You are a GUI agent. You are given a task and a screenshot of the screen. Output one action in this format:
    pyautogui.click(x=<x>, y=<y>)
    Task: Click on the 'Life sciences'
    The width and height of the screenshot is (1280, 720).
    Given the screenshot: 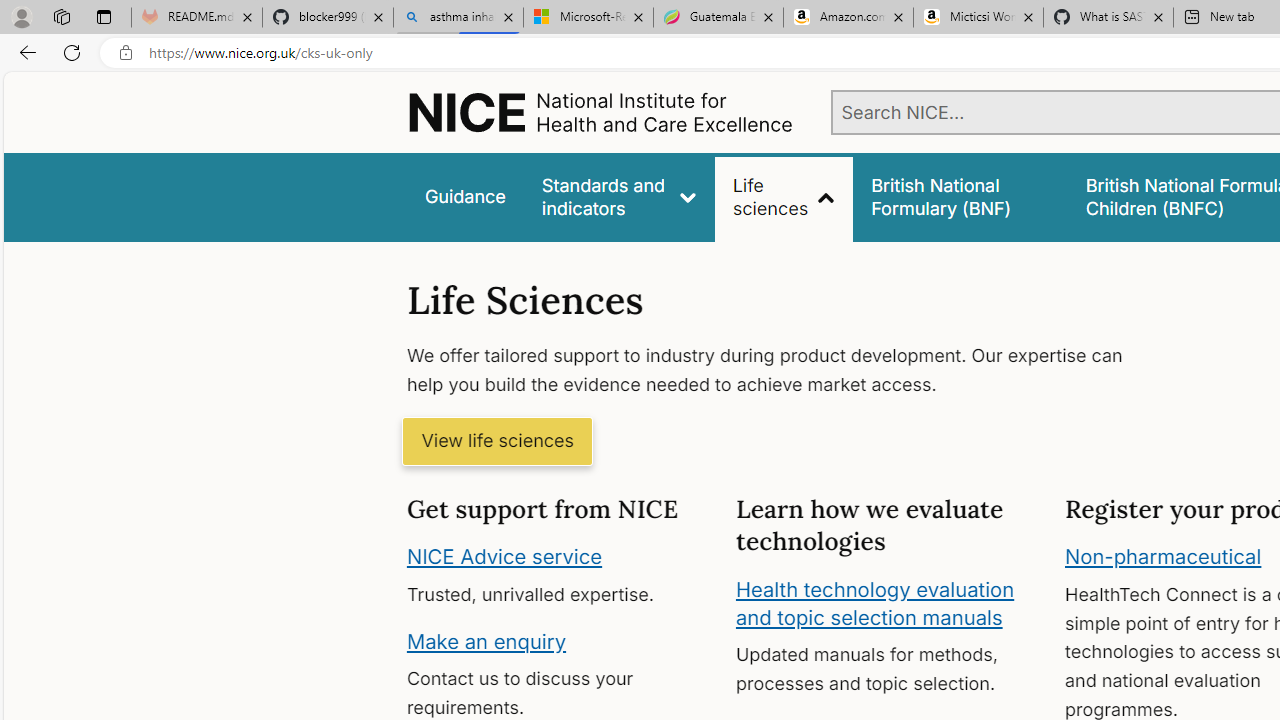 What is the action you would take?
    pyautogui.click(x=783, y=197)
    